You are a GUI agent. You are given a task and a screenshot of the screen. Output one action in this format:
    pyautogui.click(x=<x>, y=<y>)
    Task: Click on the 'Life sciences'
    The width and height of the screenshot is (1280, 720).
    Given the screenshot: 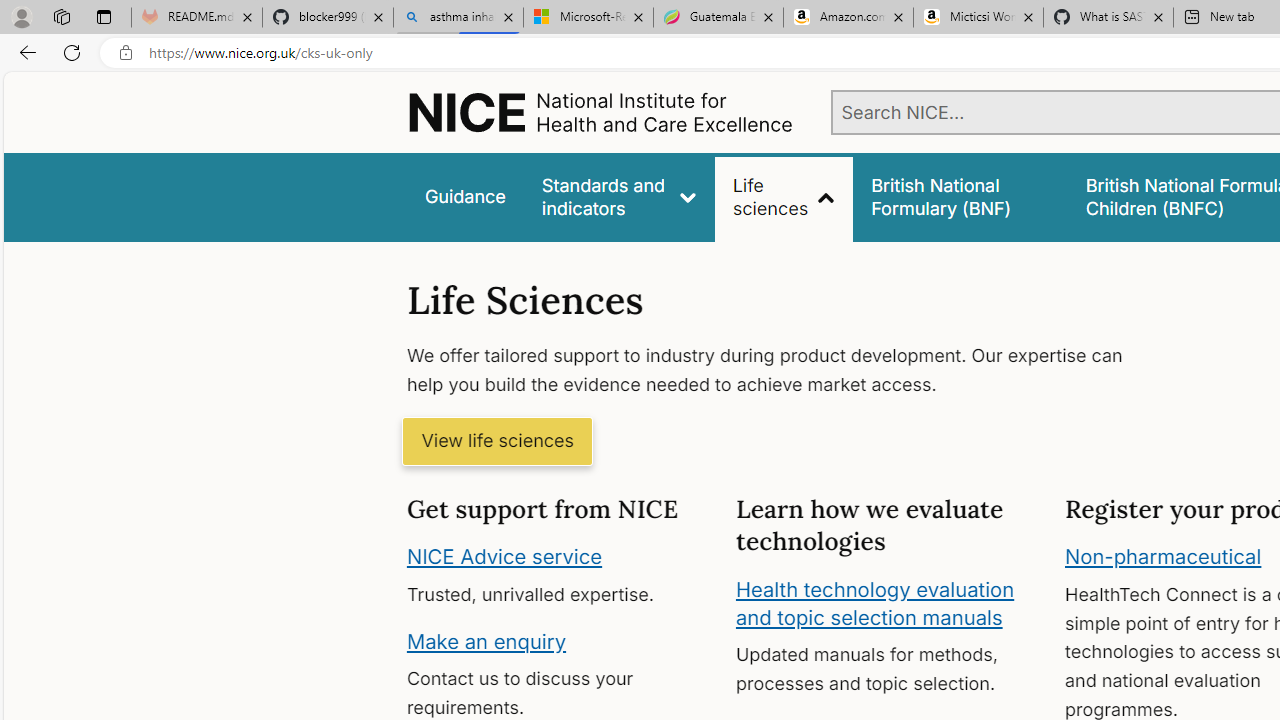 What is the action you would take?
    pyautogui.click(x=783, y=197)
    